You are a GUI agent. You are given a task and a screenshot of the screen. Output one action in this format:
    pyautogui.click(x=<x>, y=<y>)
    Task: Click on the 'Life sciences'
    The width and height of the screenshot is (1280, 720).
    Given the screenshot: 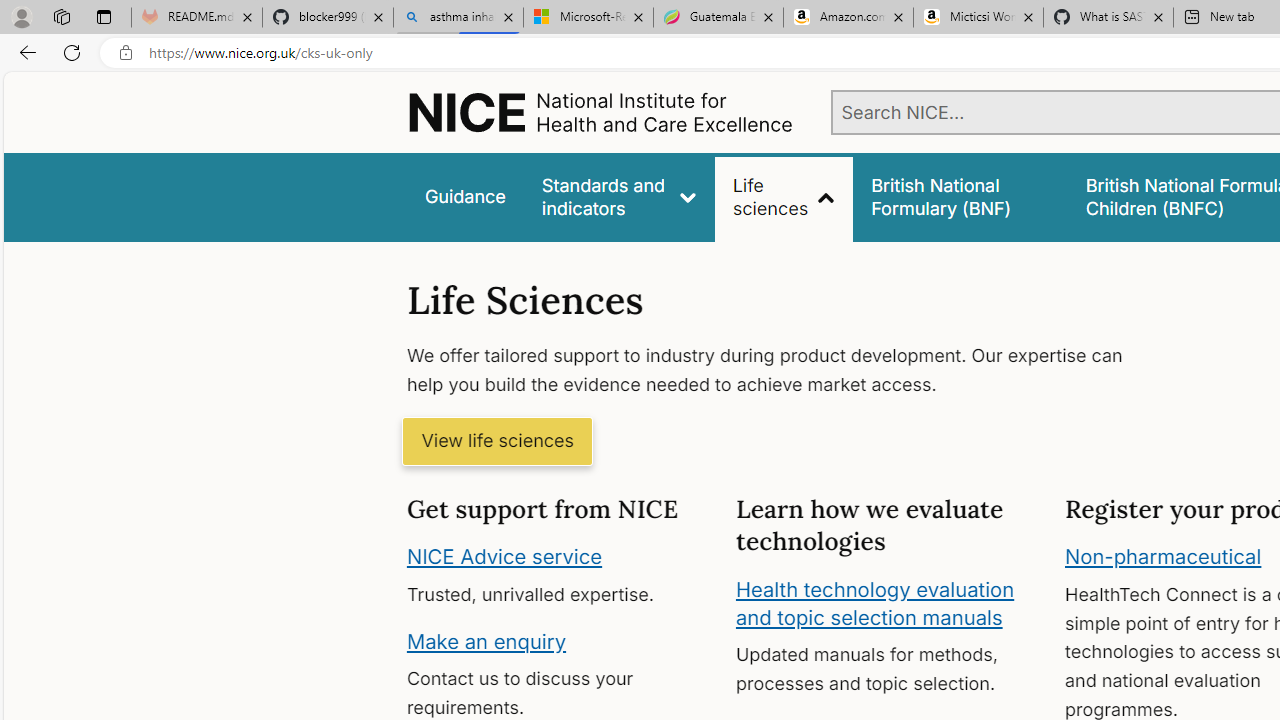 What is the action you would take?
    pyautogui.click(x=783, y=197)
    